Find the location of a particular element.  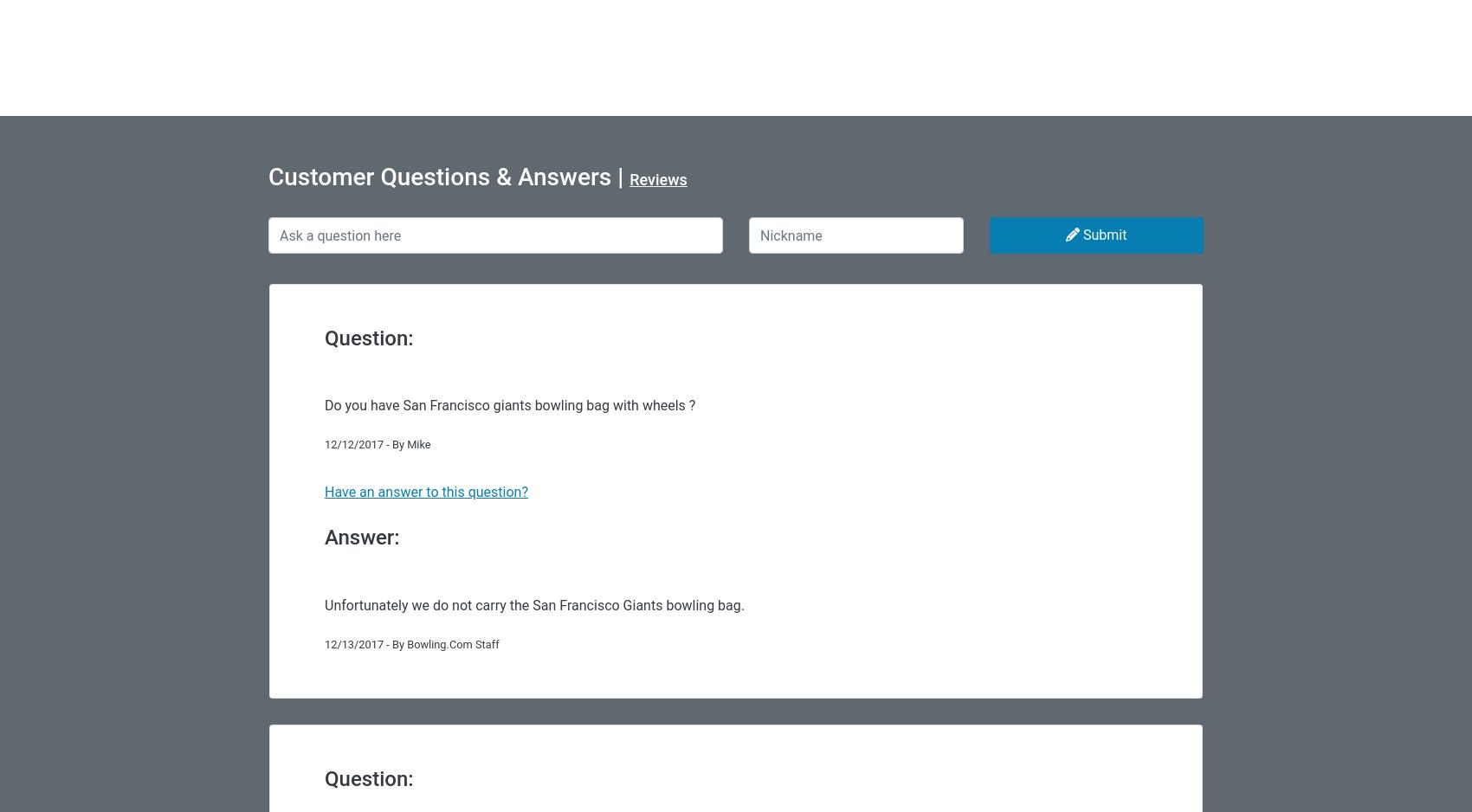

'12/12/2017 - By' is located at coordinates (365, 443).